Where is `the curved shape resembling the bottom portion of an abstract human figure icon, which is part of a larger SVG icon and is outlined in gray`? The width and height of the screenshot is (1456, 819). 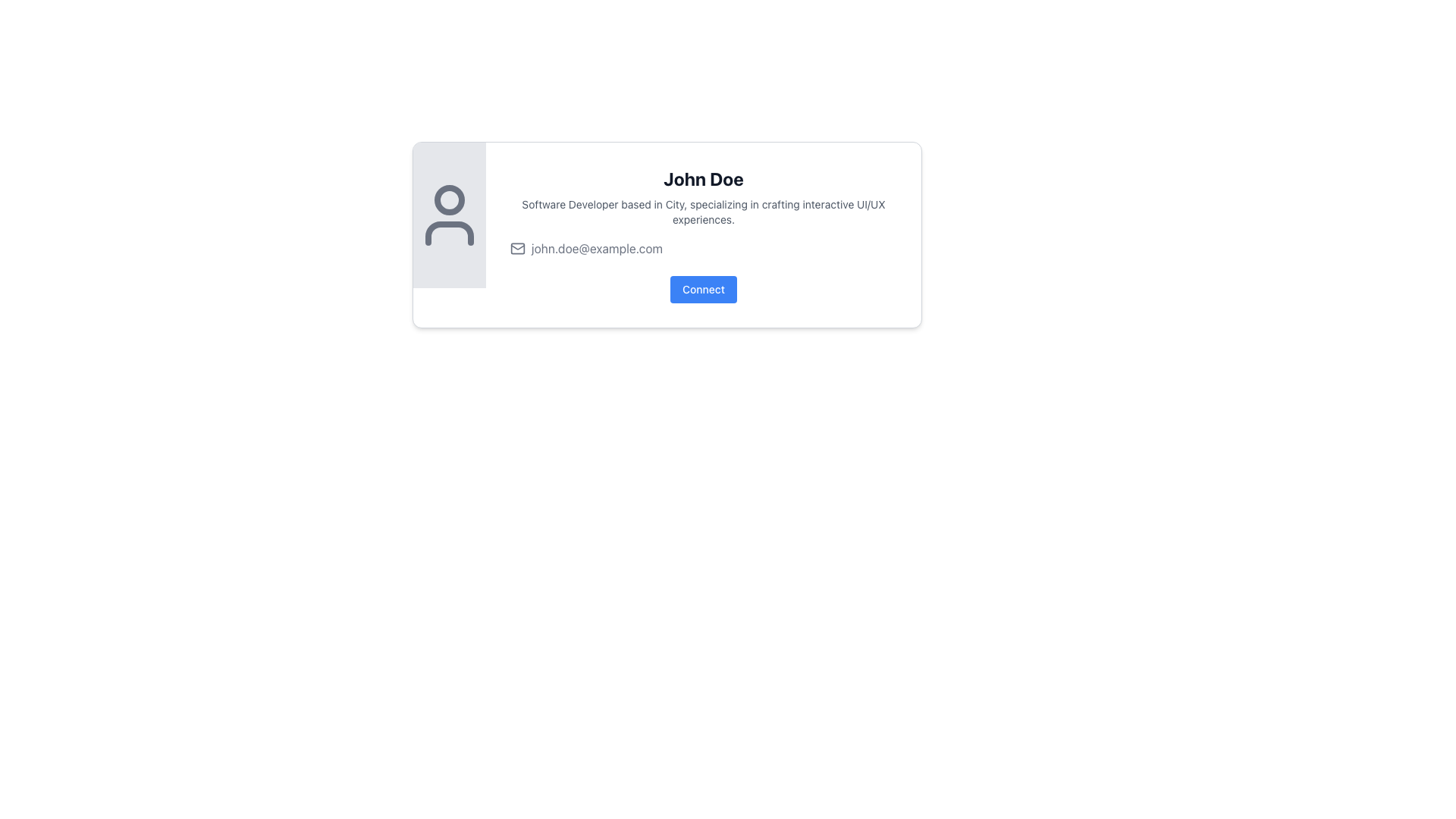
the curved shape resembling the bottom portion of an abstract human figure icon, which is part of a larger SVG icon and is outlined in gray is located at coordinates (449, 234).